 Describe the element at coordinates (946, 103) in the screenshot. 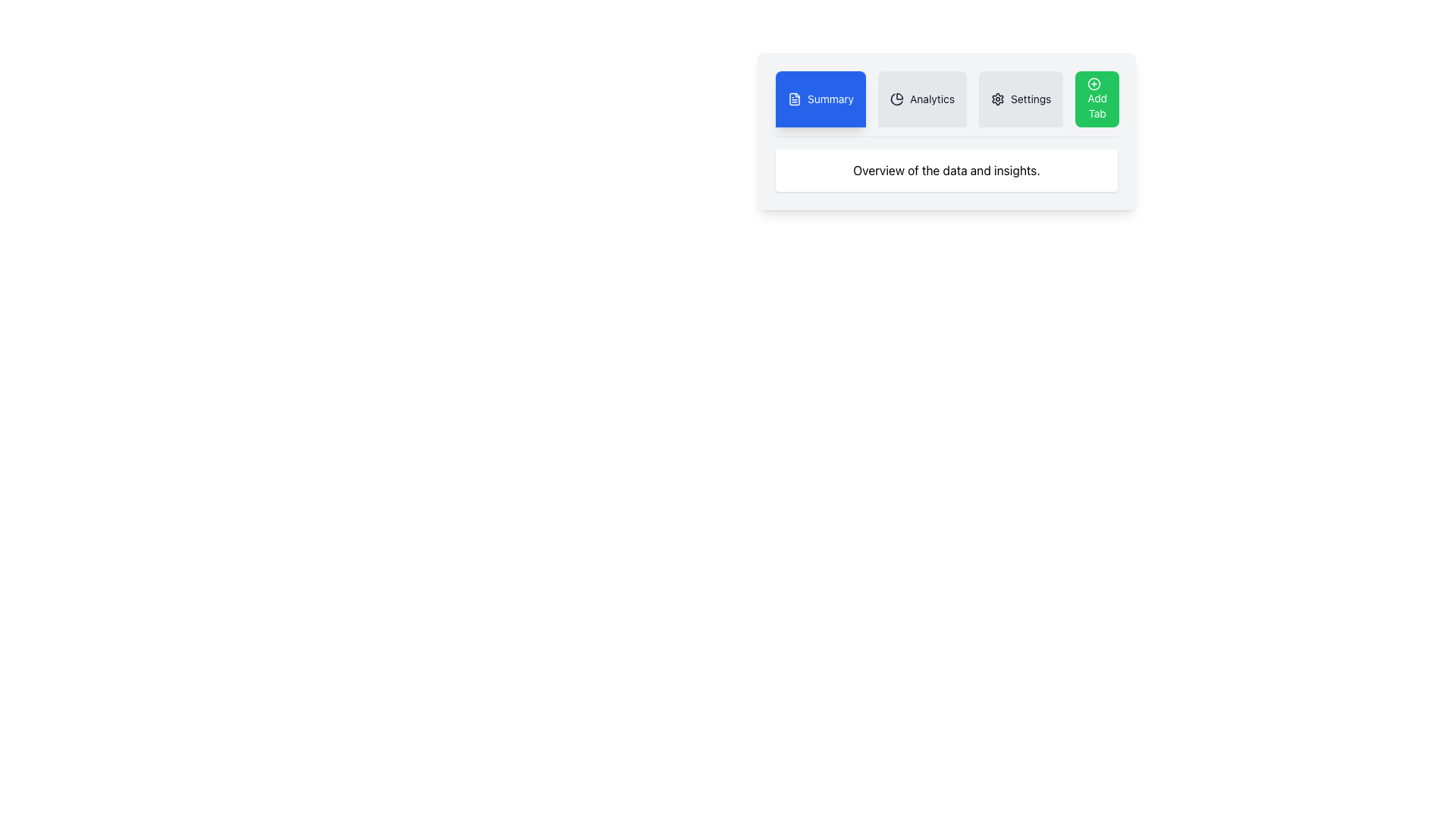

I see `the analytics navigation button located between the 'Summary' button and the 'Settings' button in the top center navigation bar` at that location.